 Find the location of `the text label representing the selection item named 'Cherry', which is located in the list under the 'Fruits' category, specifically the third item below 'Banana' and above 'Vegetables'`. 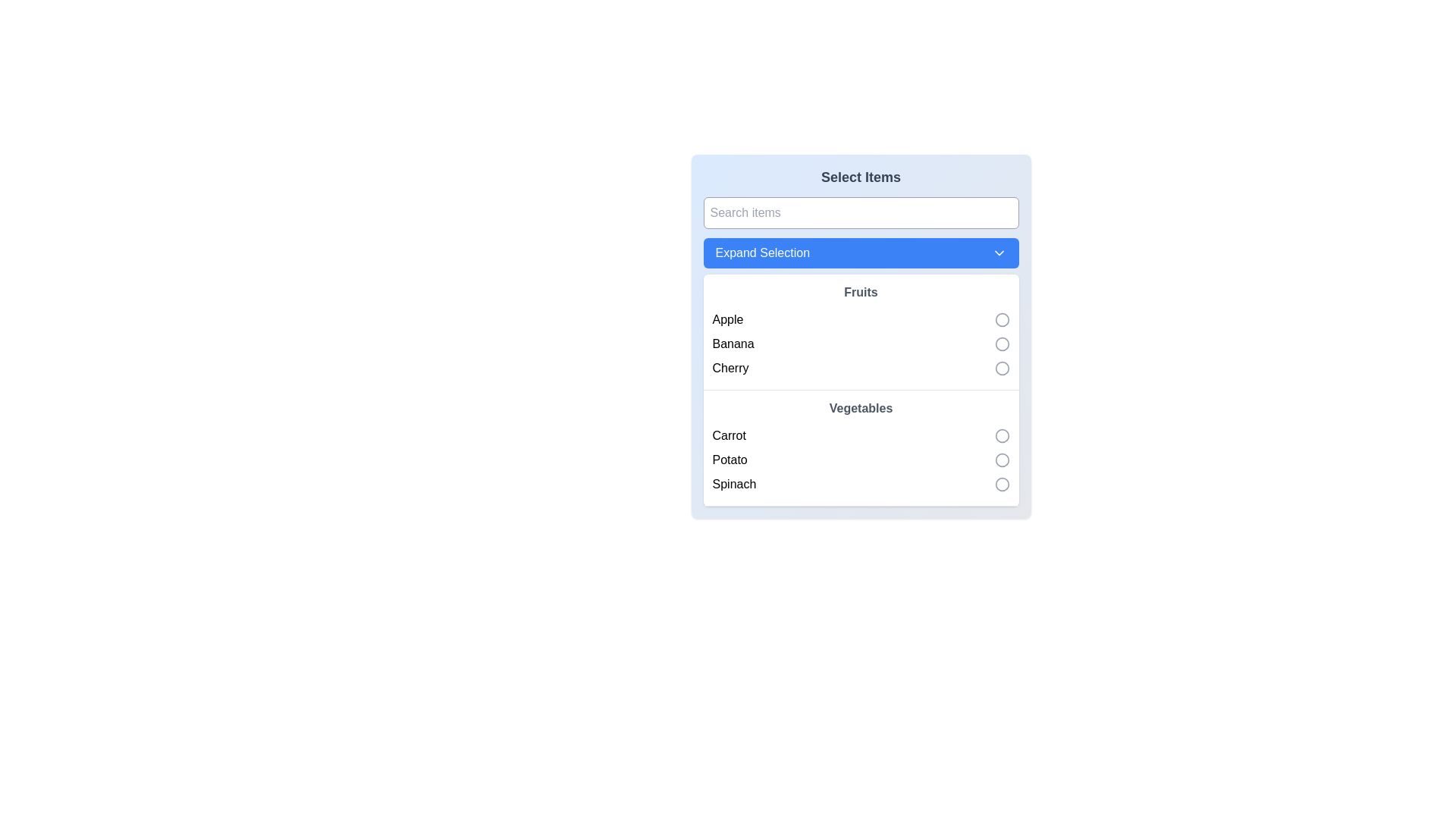

the text label representing the selection item named 'Cherry', which is located in the list under the 'Fruits' category, specifically the third item below 'Banana' and above 'Vegetables' is located at coordinates (730, 369).